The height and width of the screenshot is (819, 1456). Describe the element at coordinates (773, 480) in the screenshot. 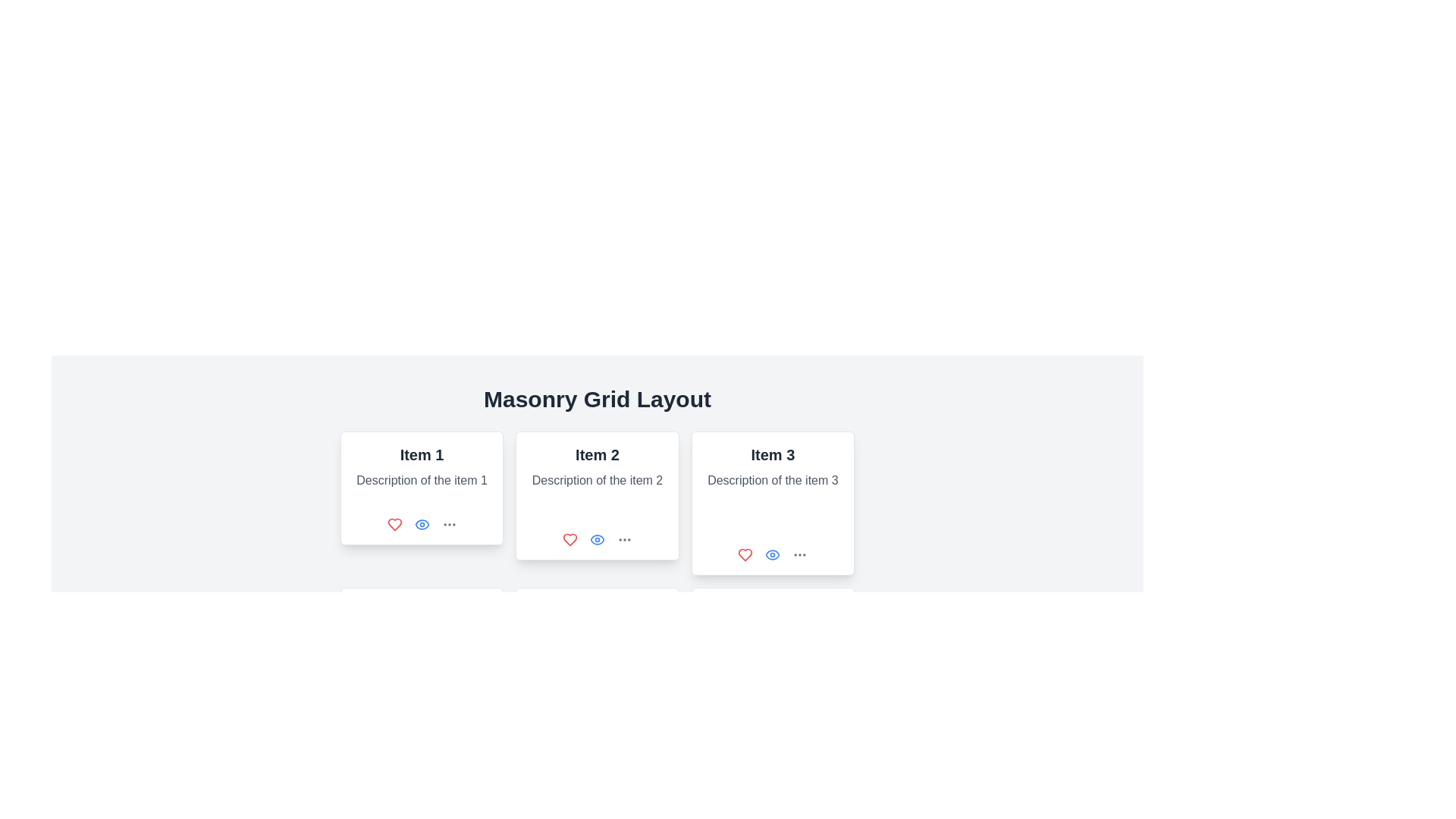

I see `the text block providing additional information about 'Item 3' located in the third card from the left in the masonry grid layout` at that location.